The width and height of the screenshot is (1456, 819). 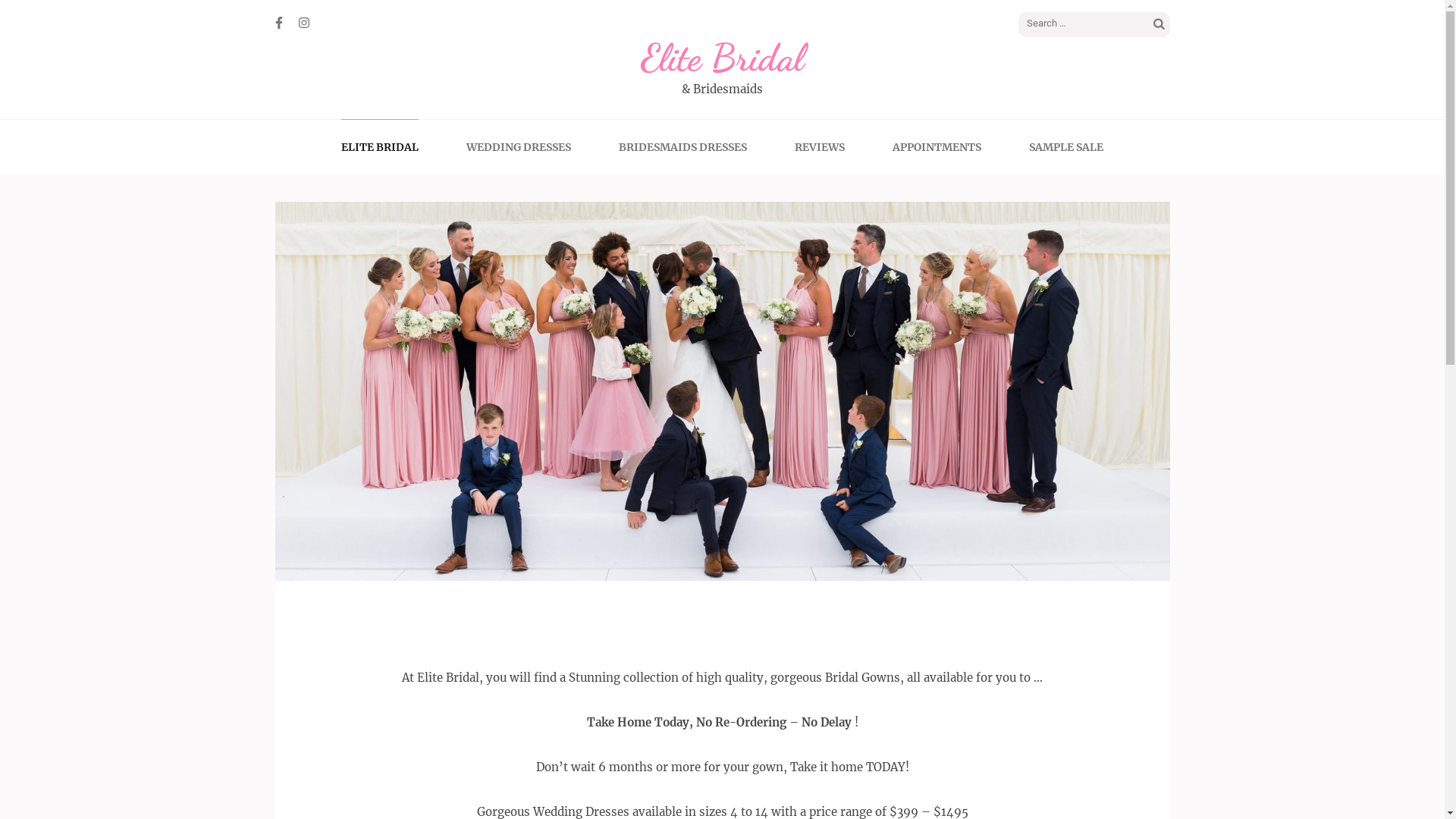 I want to click on 'Search', so click(x=1150, y=25).